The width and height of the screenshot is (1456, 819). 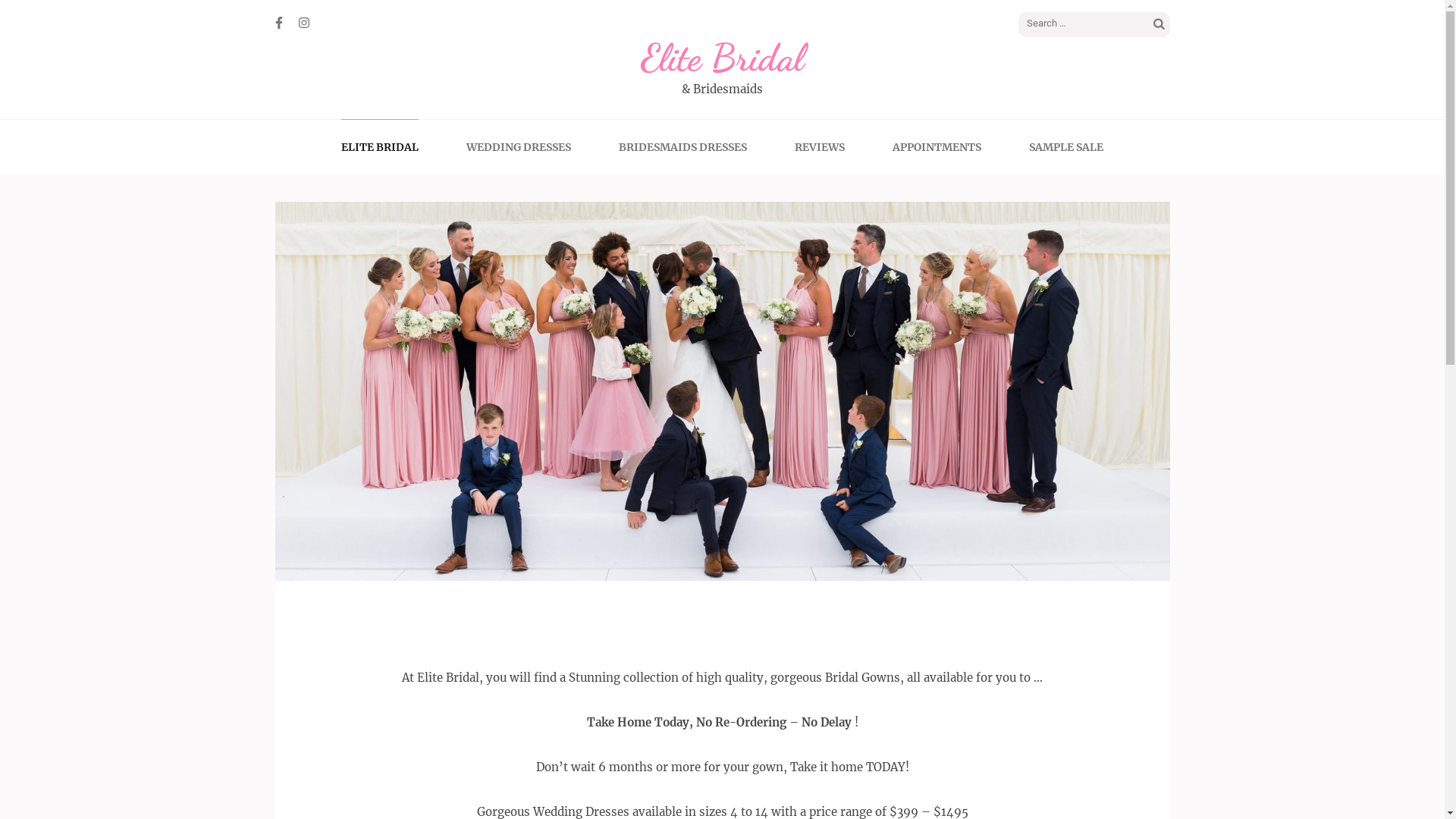 I want to click on 'Search', so click(x=1150, y=25).